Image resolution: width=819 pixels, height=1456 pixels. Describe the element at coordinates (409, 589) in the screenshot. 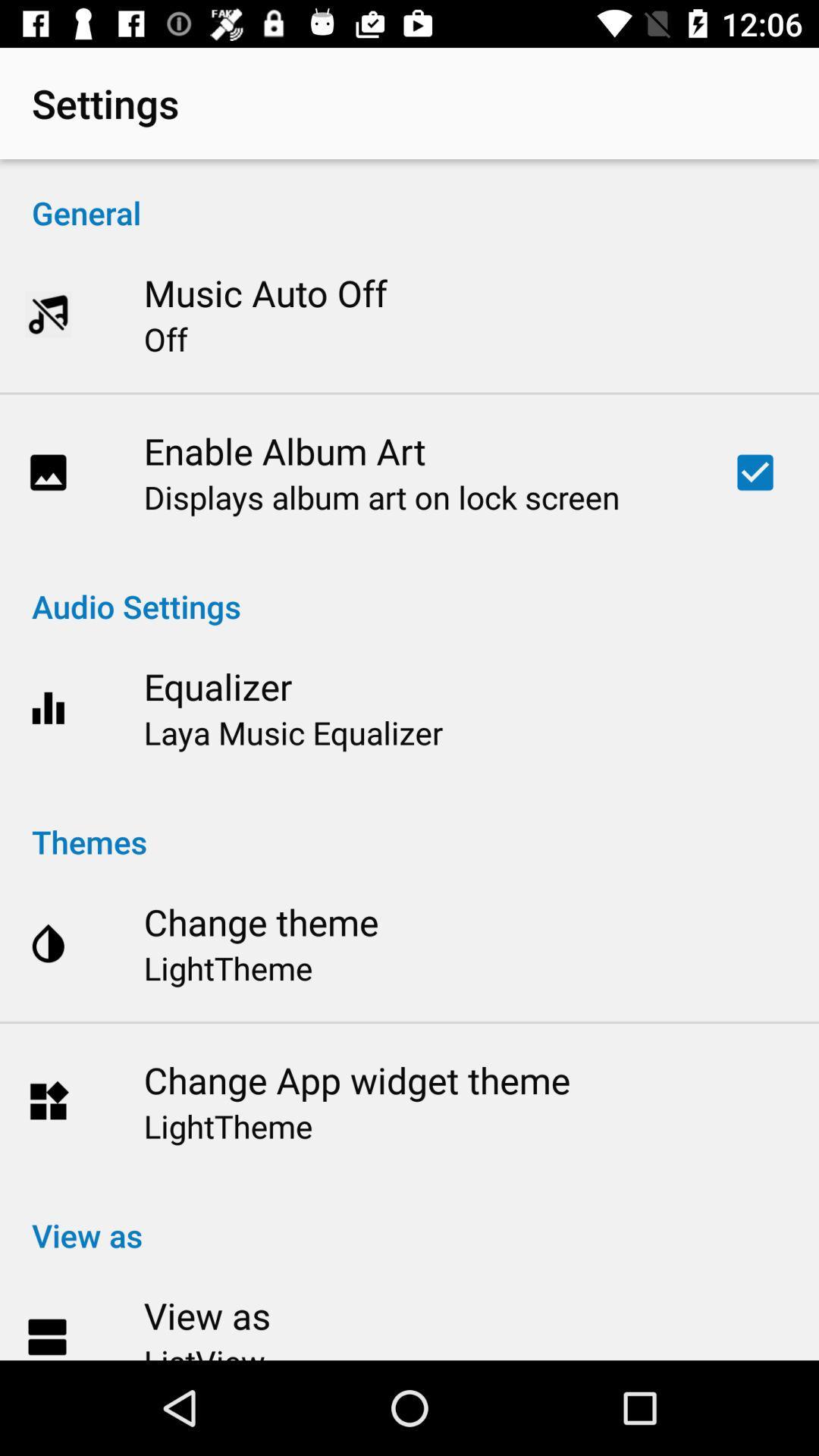

I see `audio settings icon` at that location.